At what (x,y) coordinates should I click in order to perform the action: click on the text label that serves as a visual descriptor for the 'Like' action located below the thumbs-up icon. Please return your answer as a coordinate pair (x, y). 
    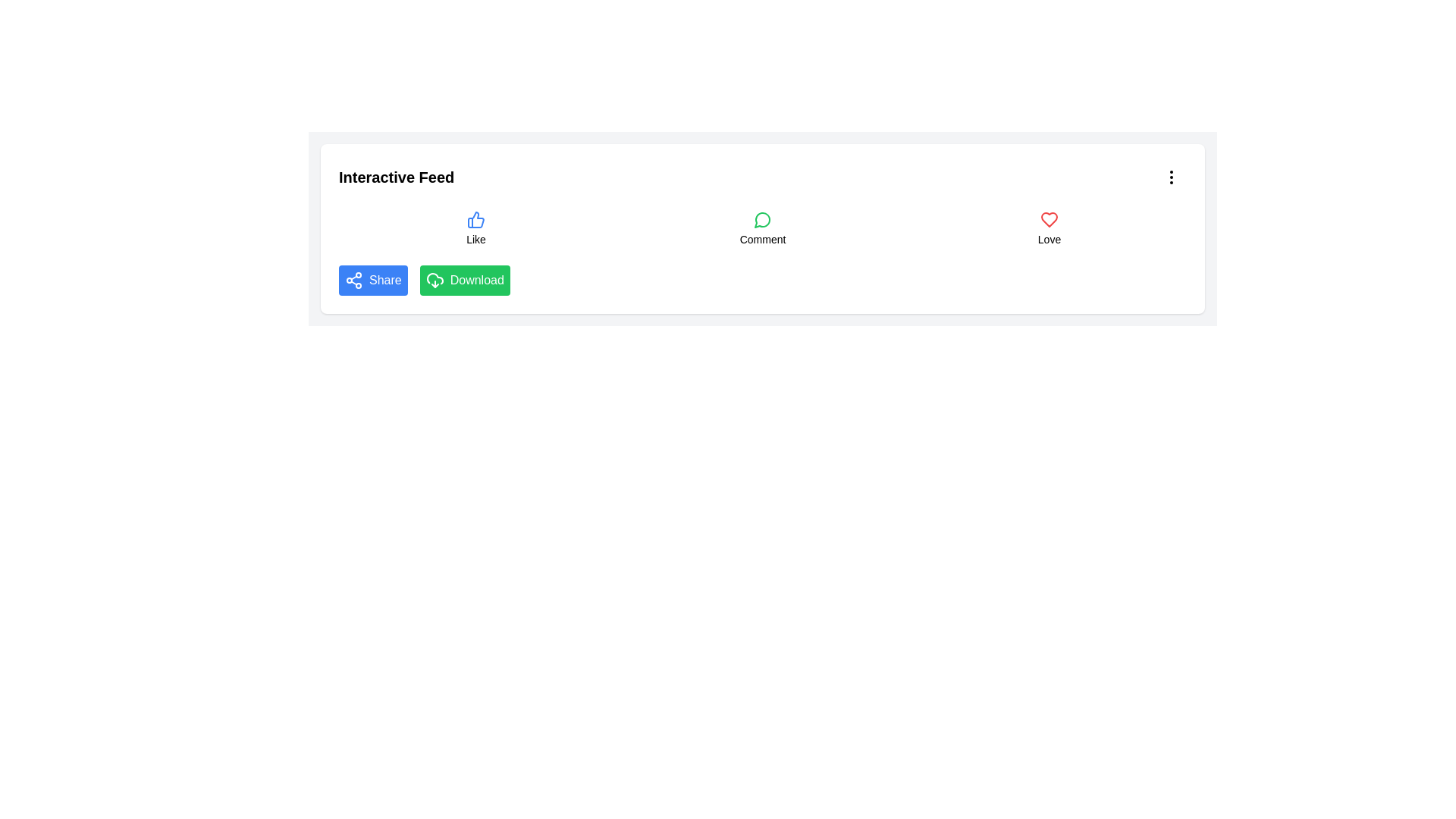
    Looking at the image, I should click on (475, 239).